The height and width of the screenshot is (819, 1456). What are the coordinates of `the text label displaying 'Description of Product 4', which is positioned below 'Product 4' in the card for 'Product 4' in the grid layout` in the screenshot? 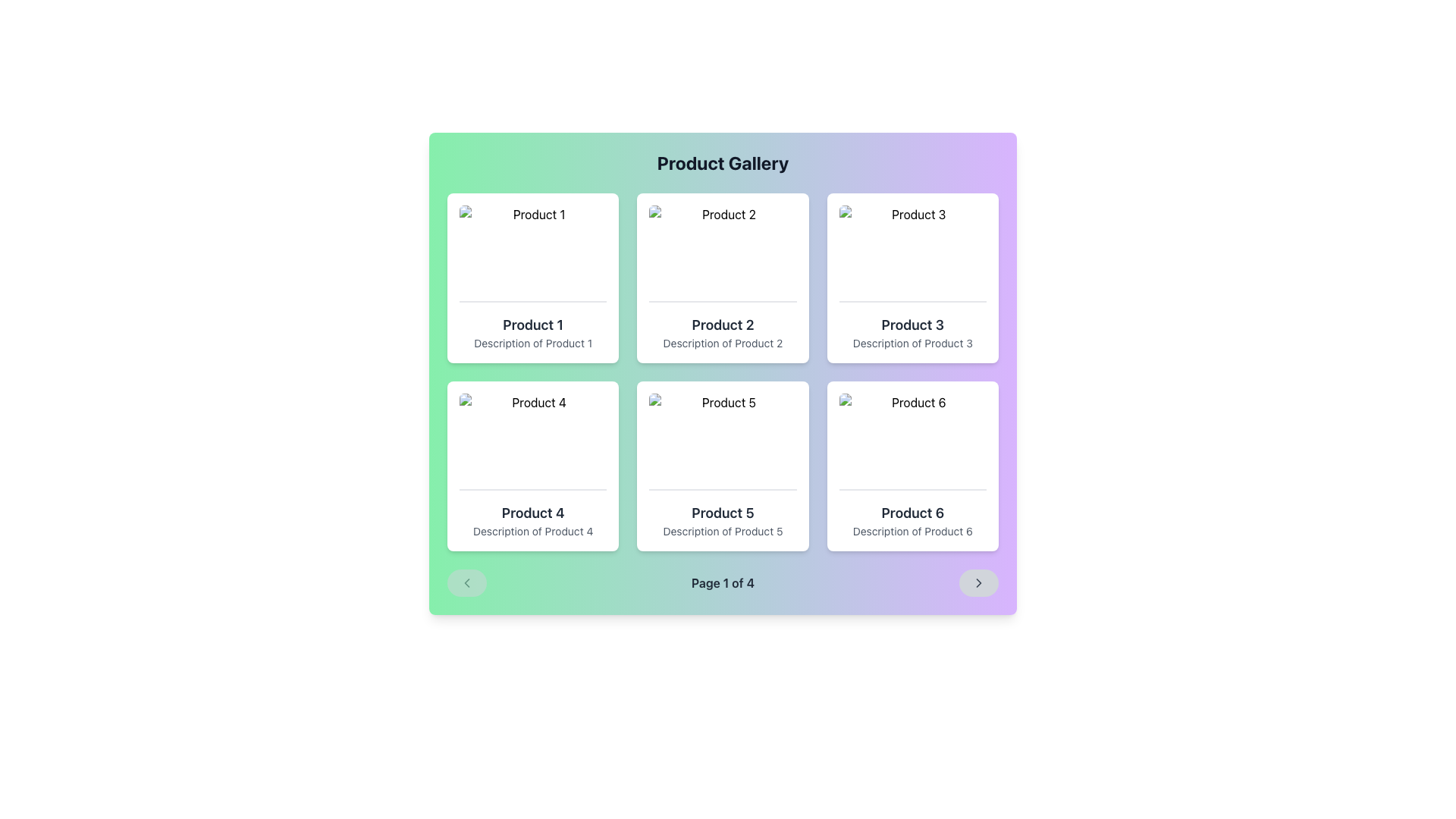 It's located at (533, 531).